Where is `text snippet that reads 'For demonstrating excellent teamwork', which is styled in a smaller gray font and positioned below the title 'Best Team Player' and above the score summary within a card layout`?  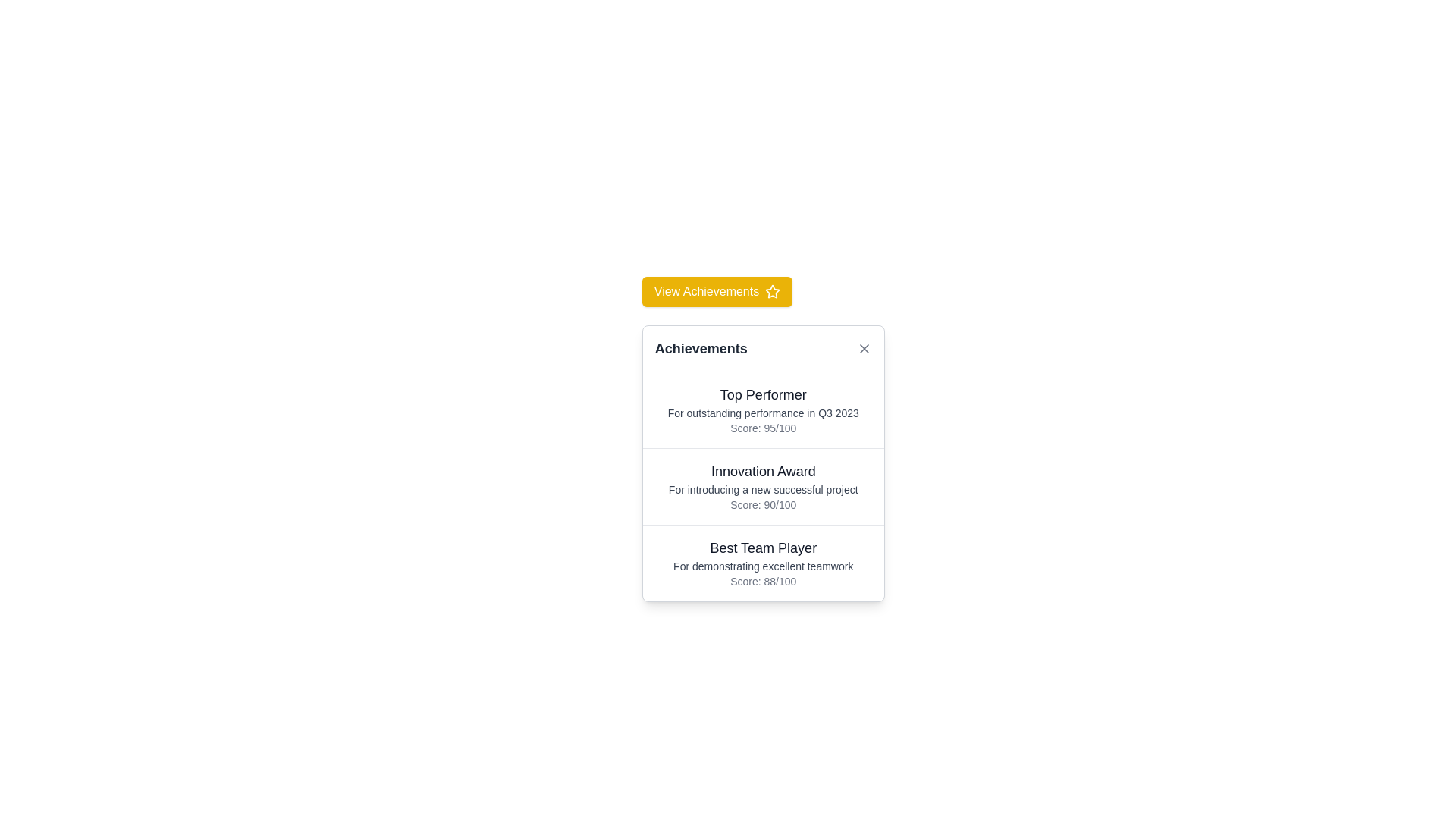
text snippet that reads 'For demonstrating excellent teamwork', which is styled in a smaller gray font and positioned below the title 'Best Team Player' and above the score summary within a card layout is located at coordinates (763, 566).